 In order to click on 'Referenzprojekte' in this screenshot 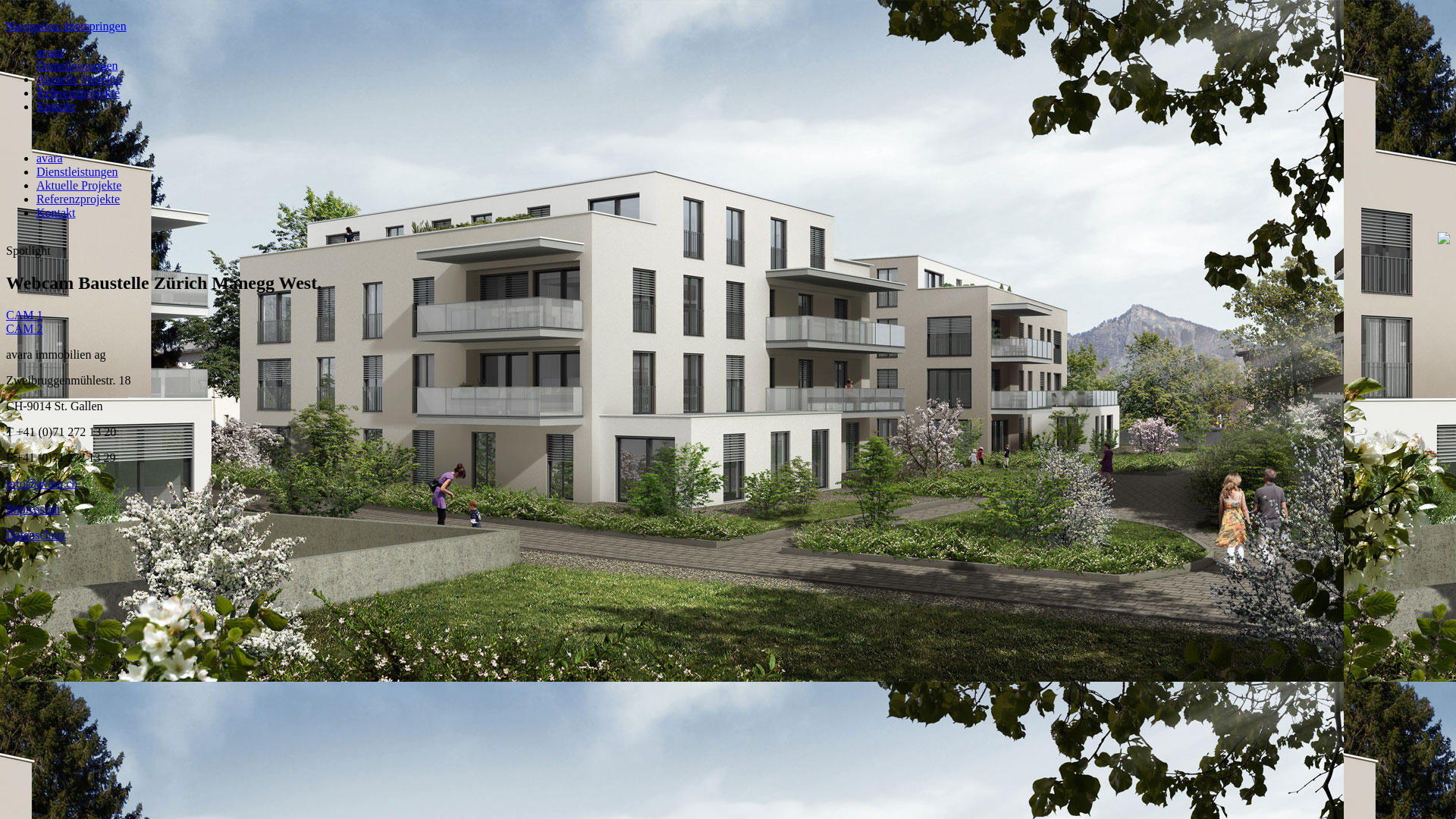, I will do `click(77, 198)`.